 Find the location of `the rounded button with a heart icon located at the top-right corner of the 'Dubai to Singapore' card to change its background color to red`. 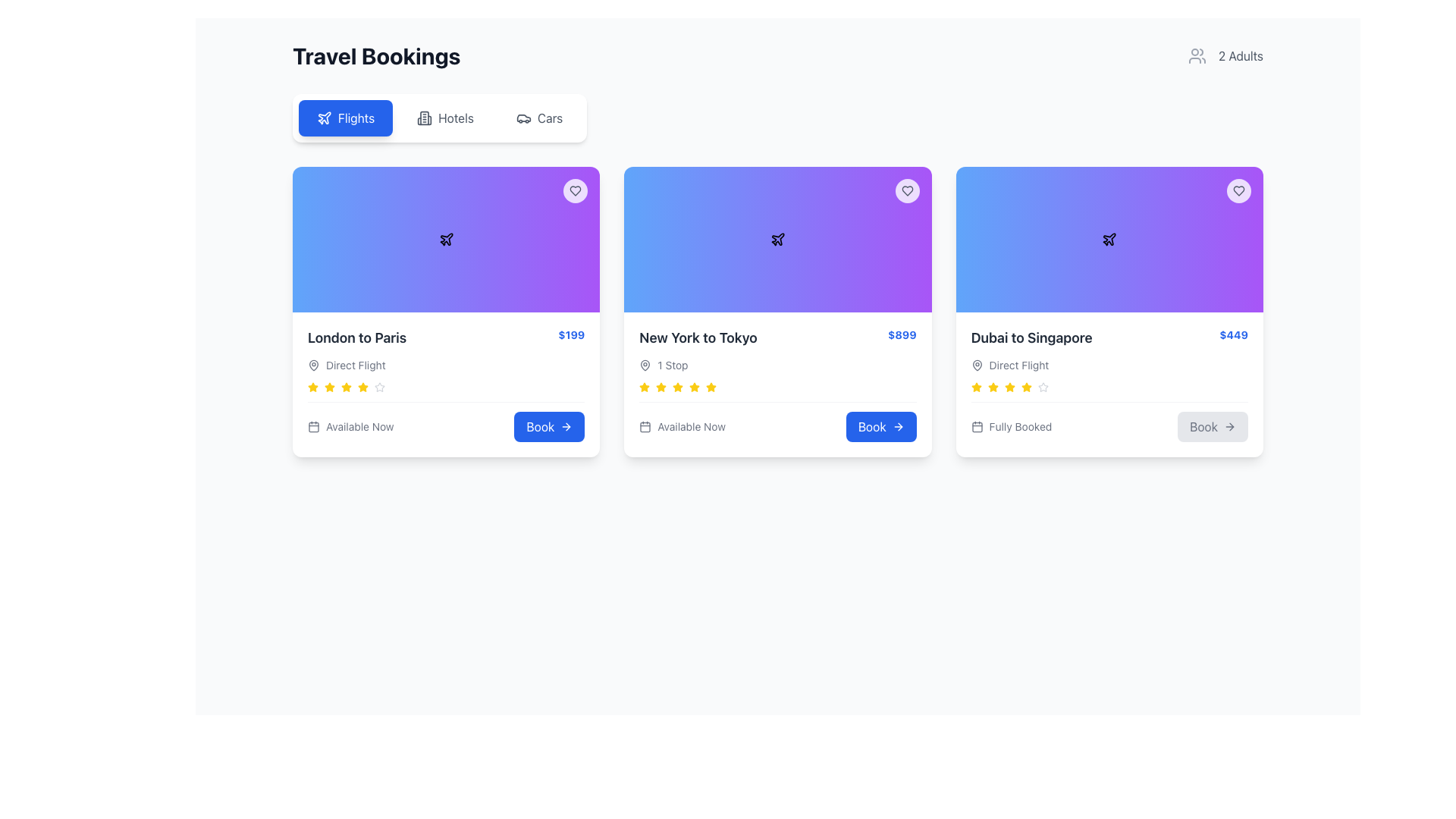

the rounded button with a heart icon located at the top-right corner of the 'Dubai to Singapore' card to change its background color to red is located at coordinates (1238, 190).